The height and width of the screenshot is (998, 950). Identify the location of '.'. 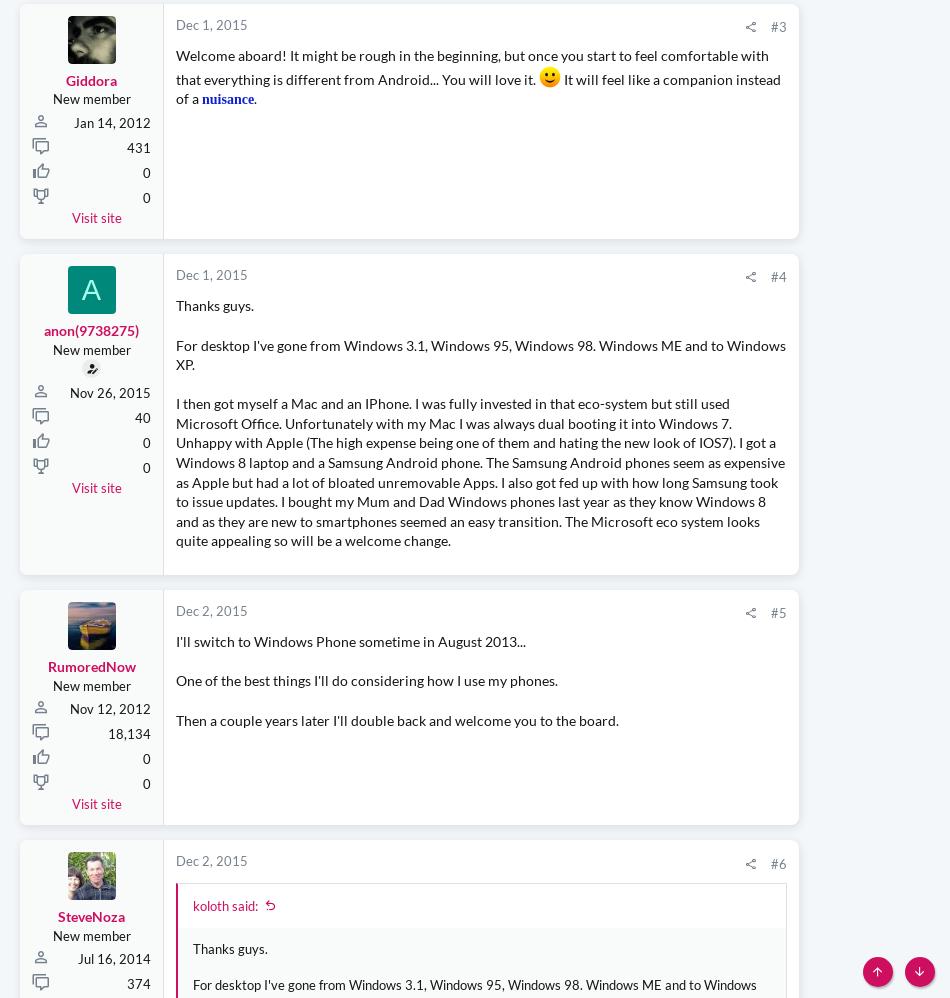
(238, 195).